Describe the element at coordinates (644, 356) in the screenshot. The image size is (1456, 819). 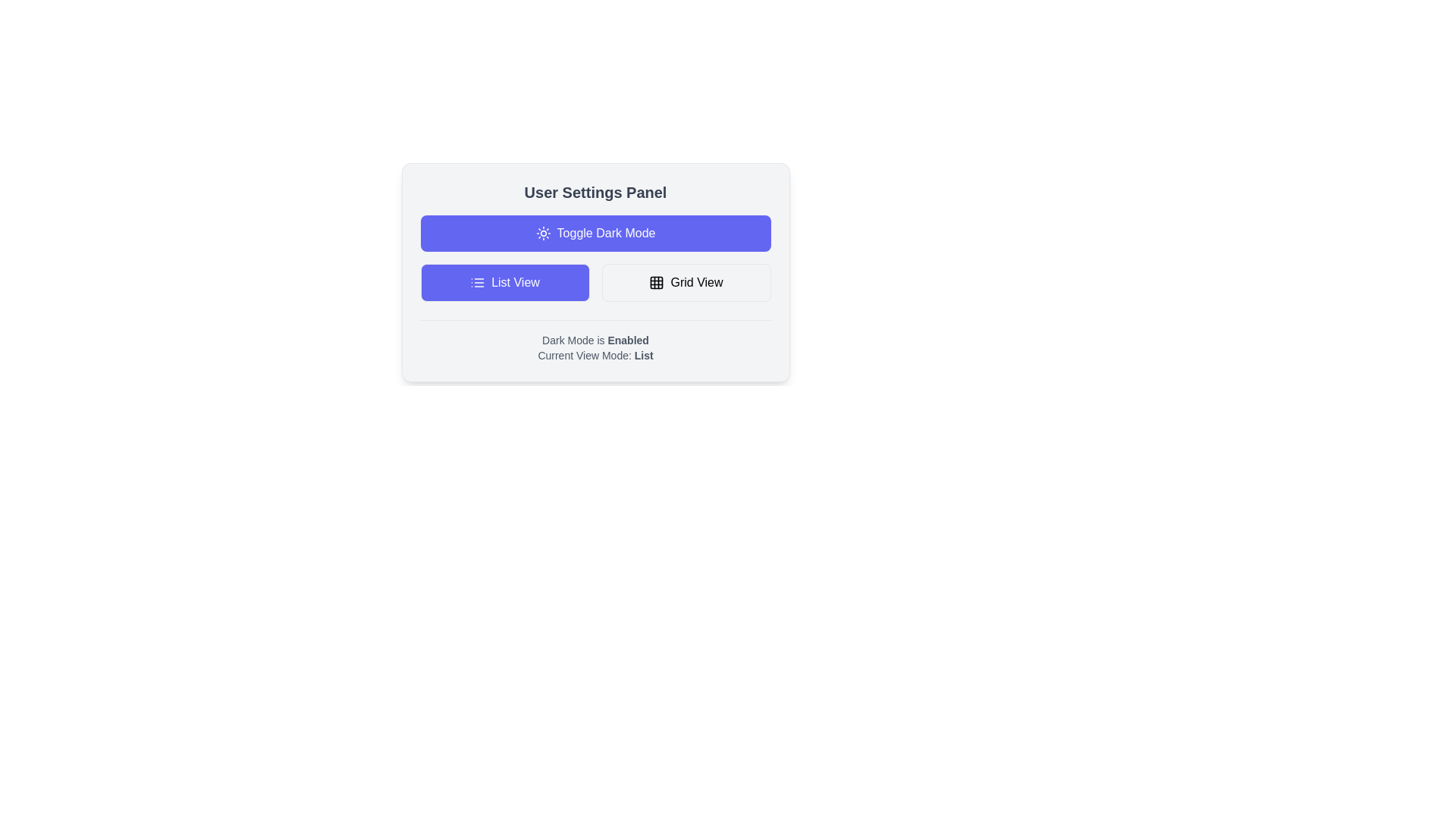
I see `the text label that indicates the current view mode setting of the application, which is positioned at the bottom of the panel interface and reads 'Current View Mode: List'` at that location.